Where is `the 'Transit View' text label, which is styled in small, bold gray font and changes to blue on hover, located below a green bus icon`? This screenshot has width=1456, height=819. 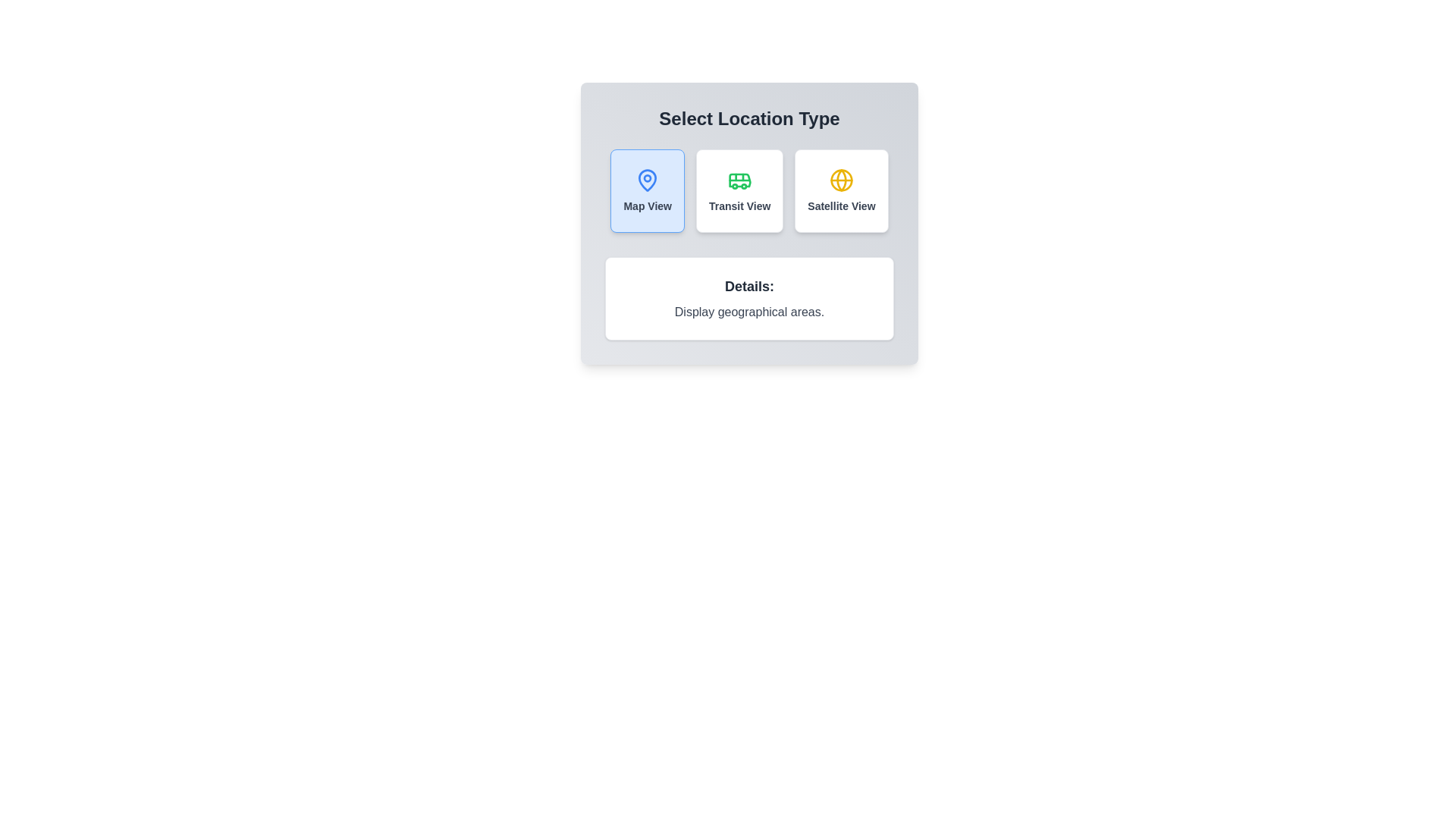
the 'Transit View' text label, which is styled in small, bold gray font and changes to blue on hover, located below a green bus icon is located at coordinates (739, 206).